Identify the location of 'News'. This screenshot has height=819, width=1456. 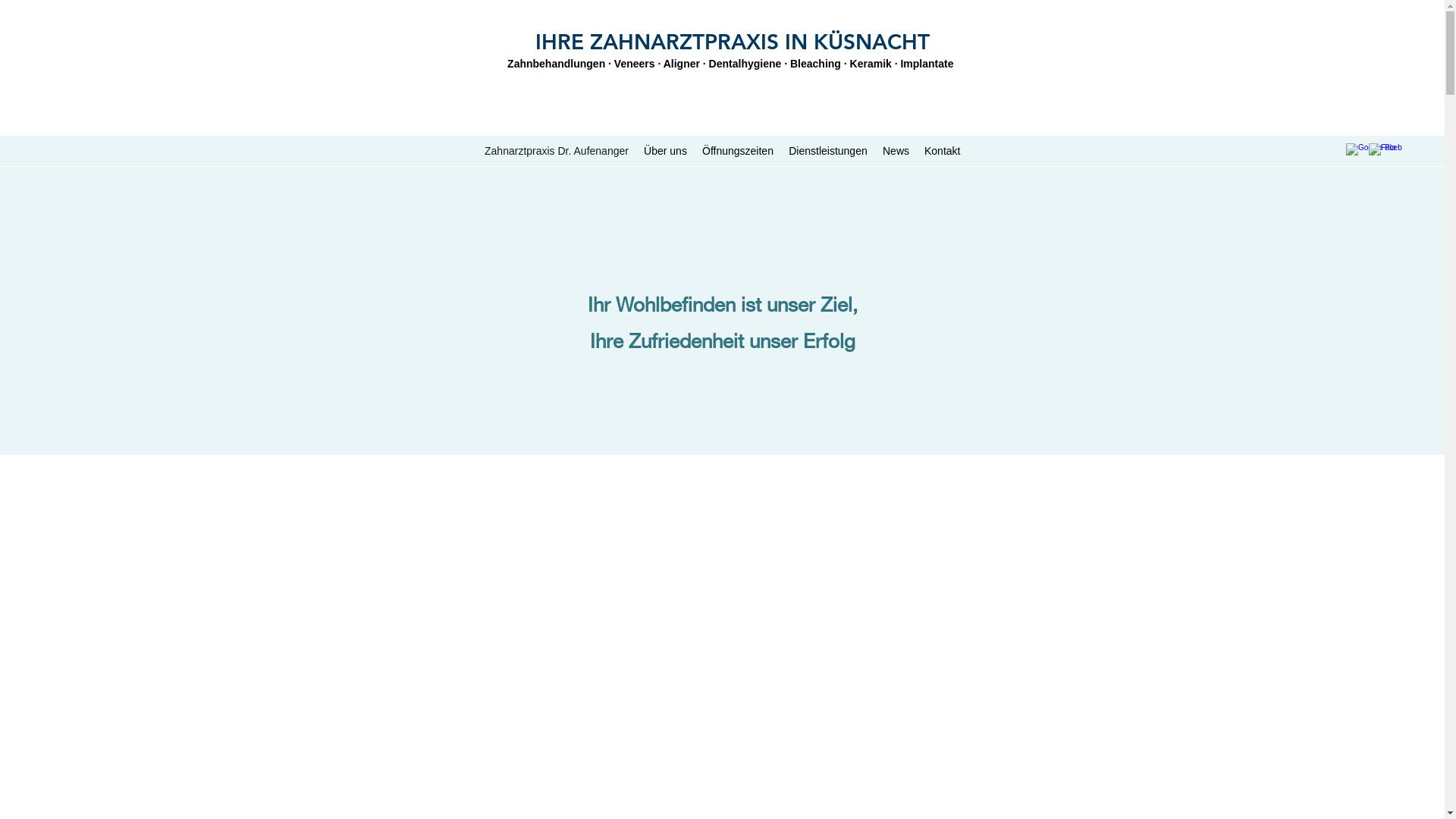
(896, 151).